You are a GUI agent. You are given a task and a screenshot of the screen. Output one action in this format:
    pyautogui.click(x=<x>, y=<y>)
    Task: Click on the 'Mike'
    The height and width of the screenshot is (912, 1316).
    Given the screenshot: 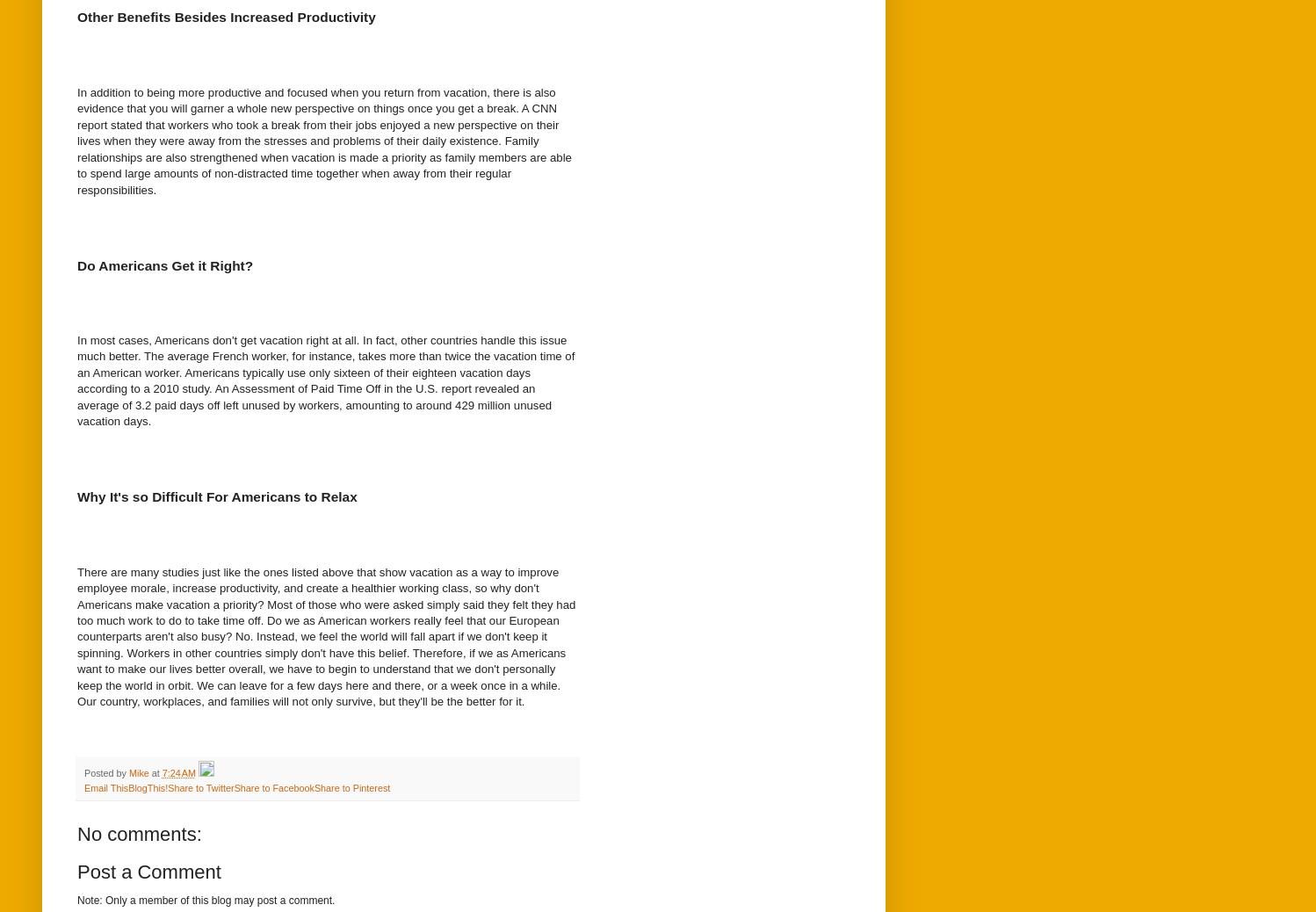 What is the action you would take?
    pyautogui.click(x=139, y=771)
    